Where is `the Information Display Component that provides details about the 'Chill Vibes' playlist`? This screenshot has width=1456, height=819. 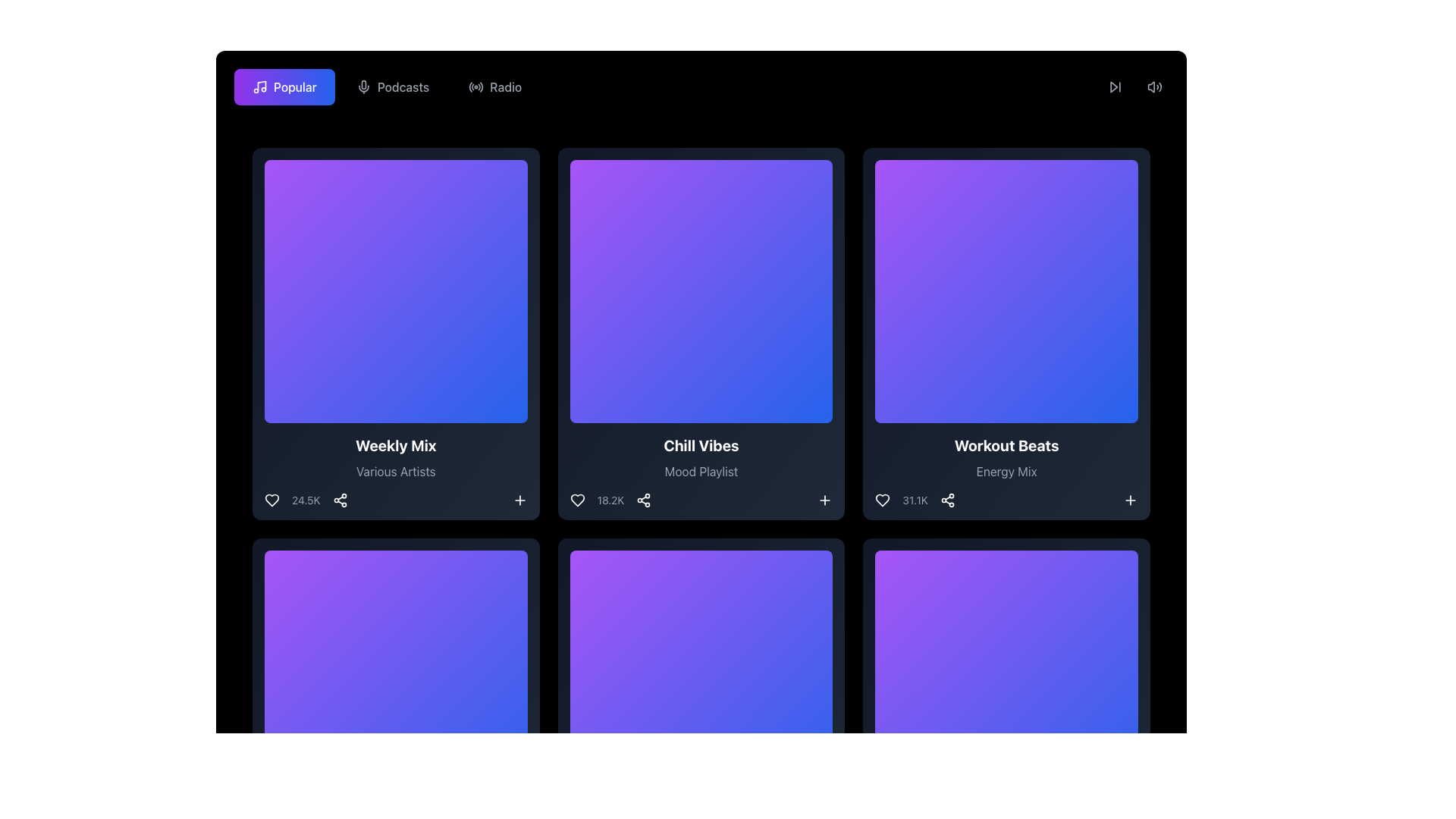
the Information Display Component that provides details about the 'Chill Vibes' playlist is located at coordinates (701, 470).